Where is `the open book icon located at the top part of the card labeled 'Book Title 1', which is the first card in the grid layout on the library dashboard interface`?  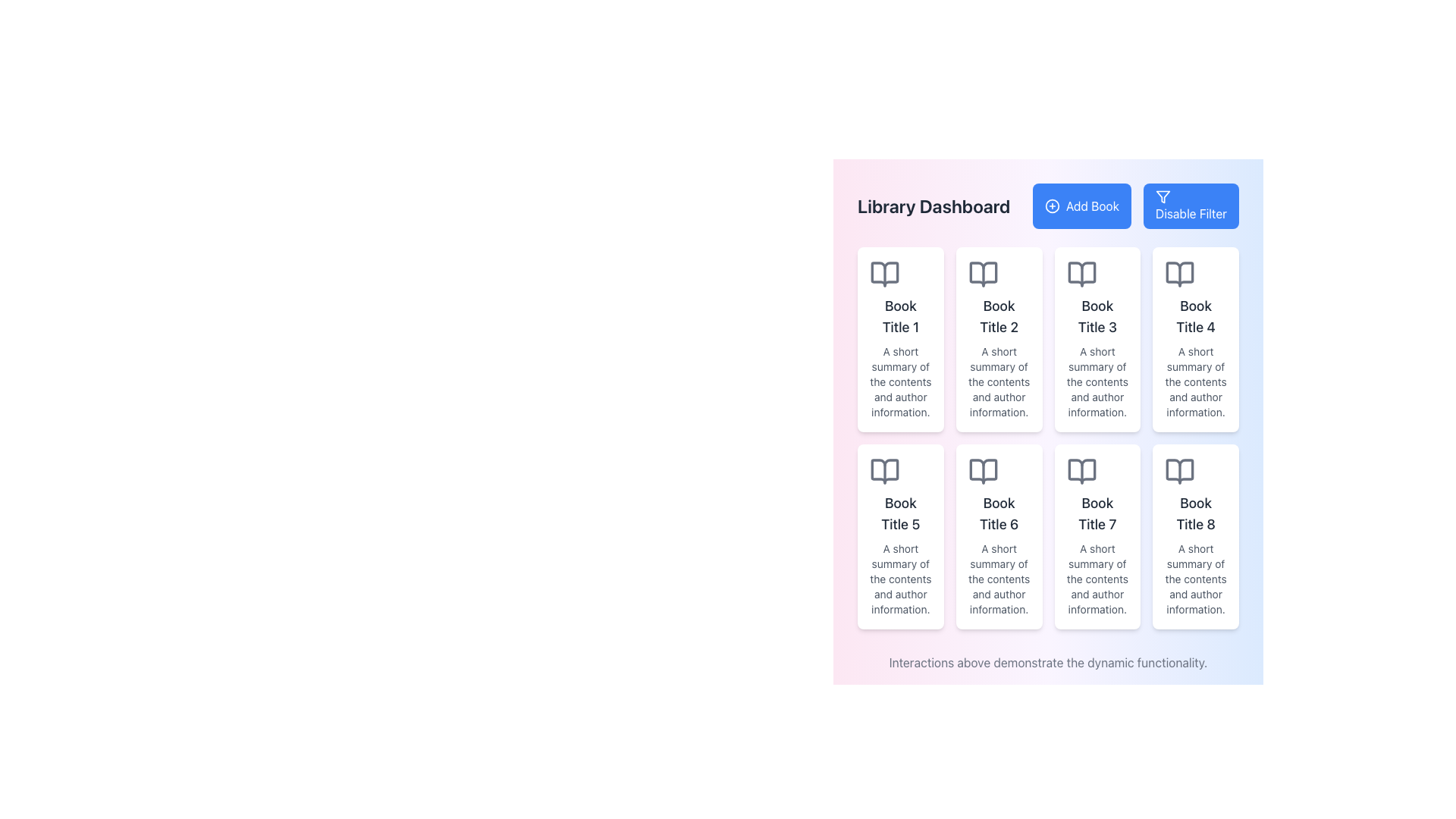 the open book icon located at the top part of the card labeled 'Book Title 1', which is the first card in the grid layout on the library dashboard interface is located at coordinates (884, 275).